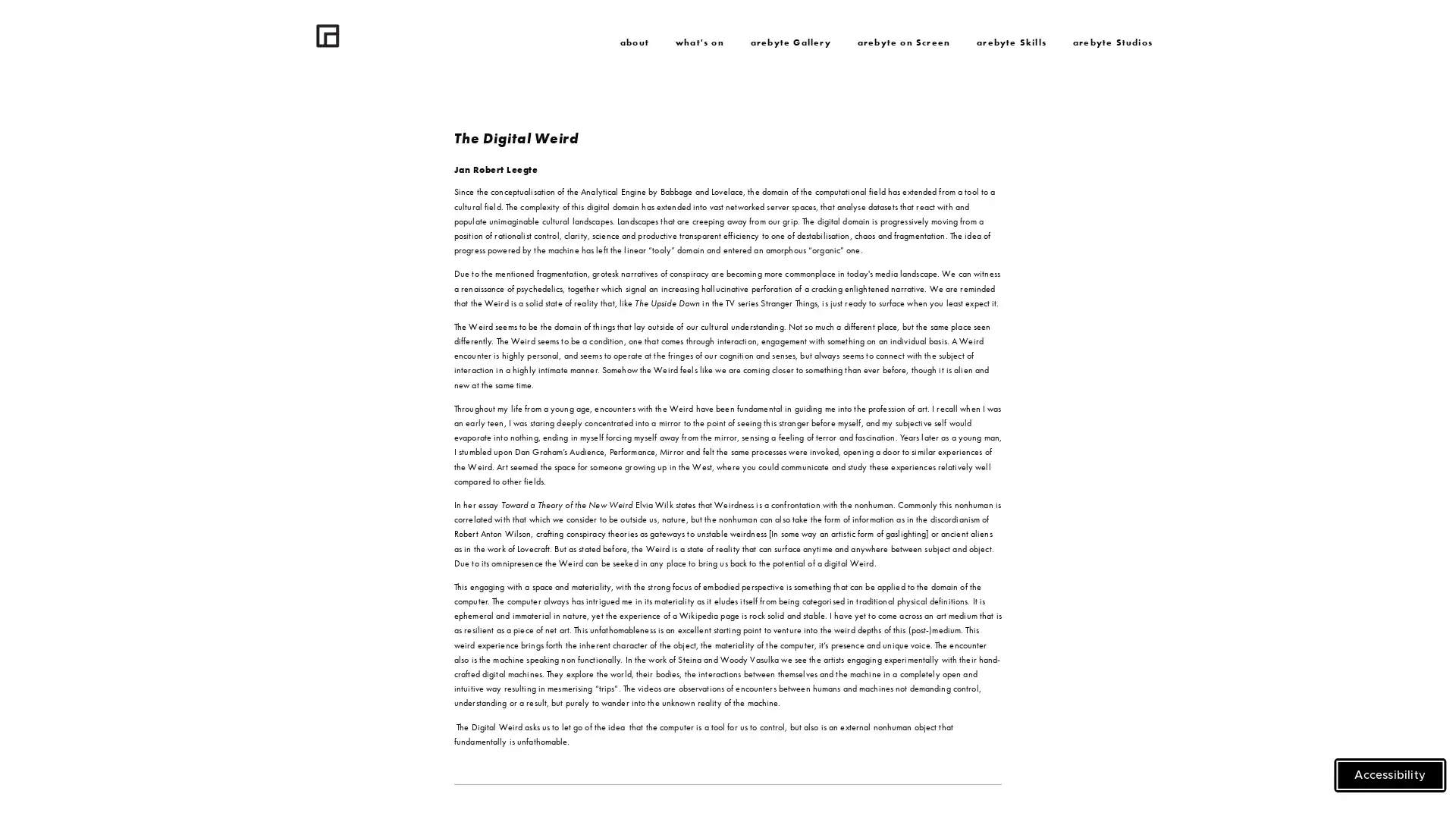 Image resolution: width=1456 pixels, height=819 pixels. What do you see at coordinates (1390, 775) in the screenshot?
I see `Accessibility Menu` at bounding box center [1390, 775].